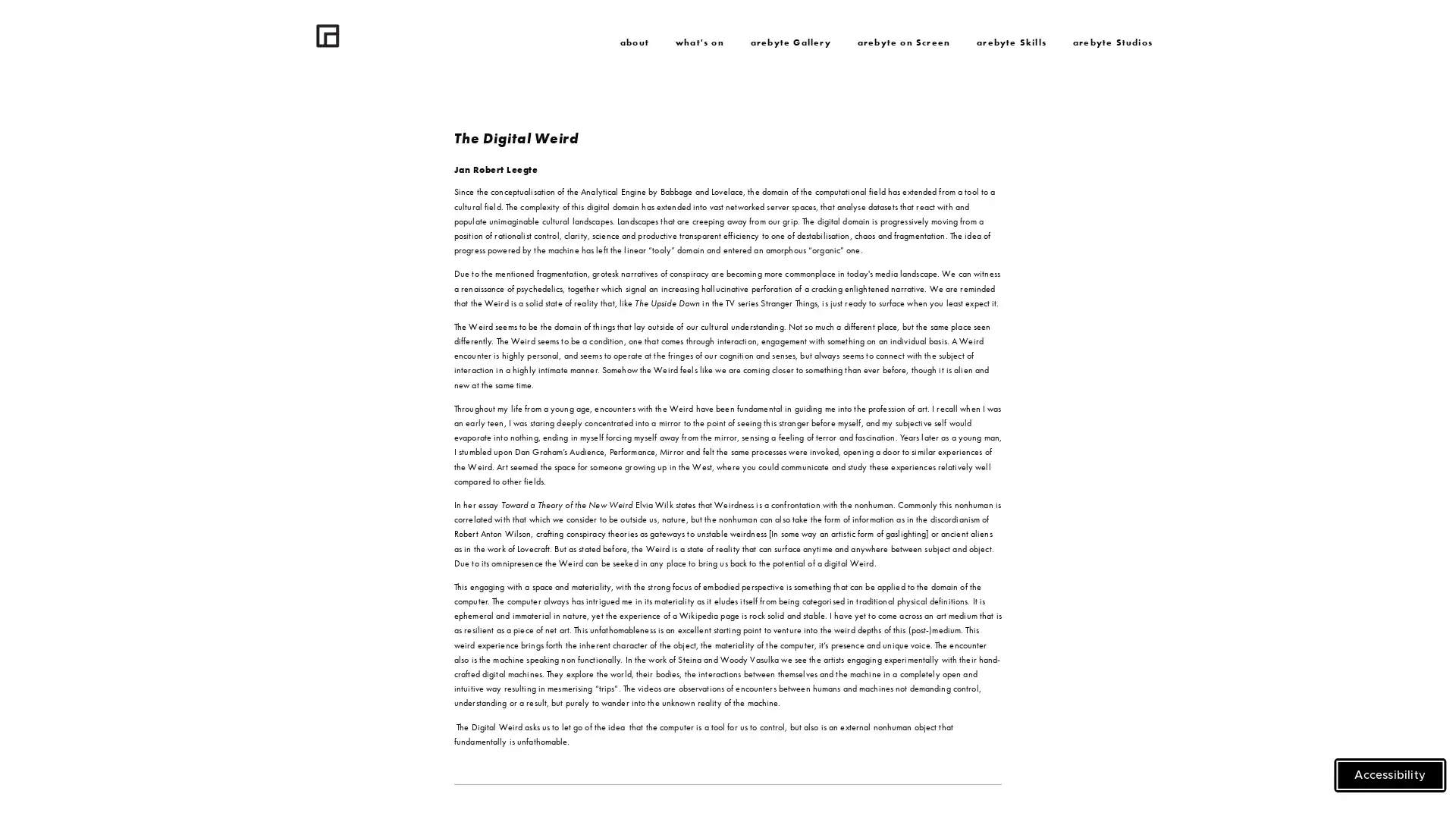 Image resolution: width=1456 pixels, height=819 pixels. What do you see at coordinates (1390, 775) in the screenshot?
I see `Accessibility Menu` at bounding box center [1390, 775].